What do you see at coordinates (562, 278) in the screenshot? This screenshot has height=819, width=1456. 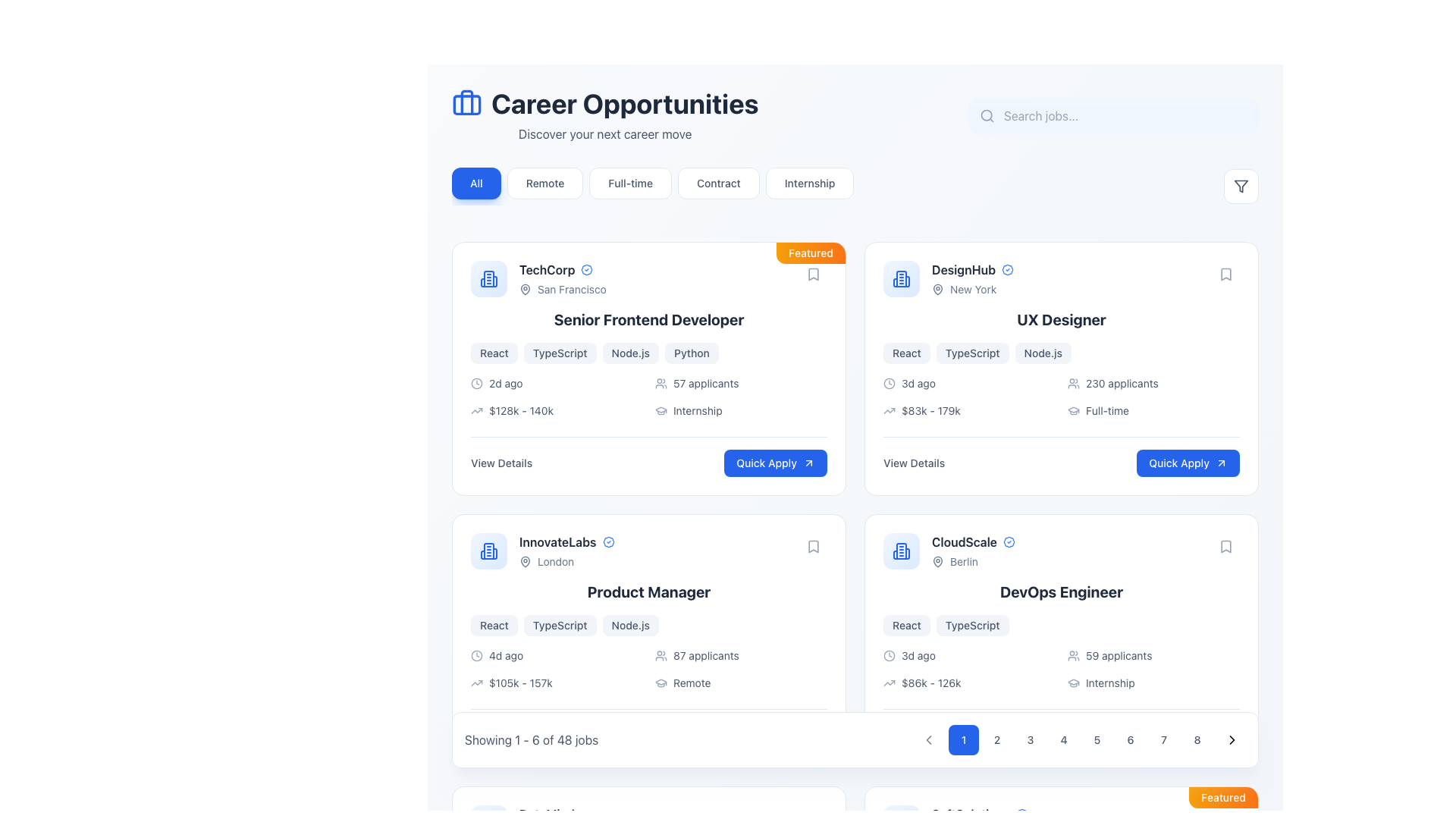 I see `the compound text element displaying 'TechCorp' with a verified badge icon, located in the upper-left area of the job posting card for 'Senior Frontend Developer'` at bounding box center [562, 278].